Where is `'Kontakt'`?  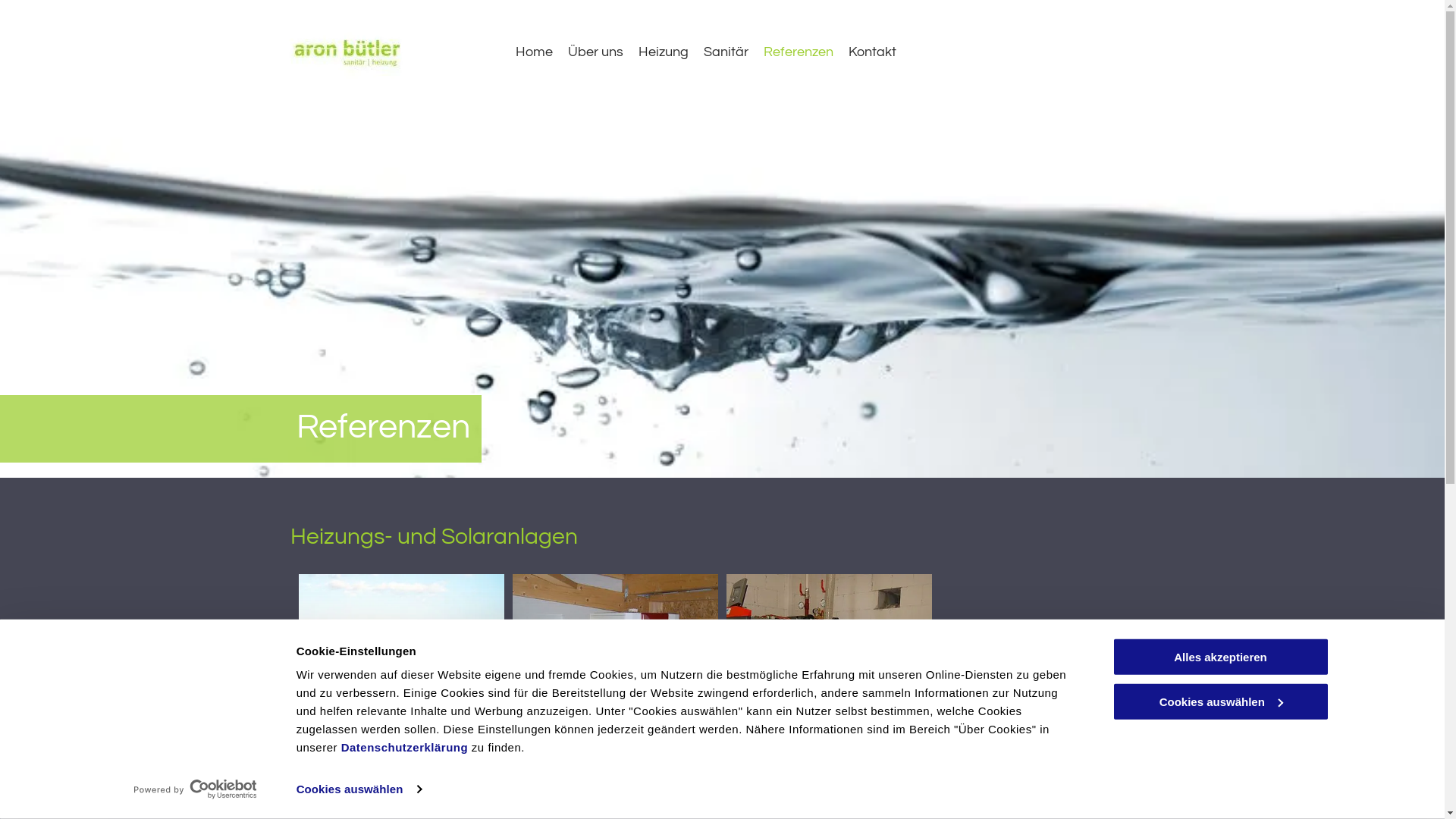 'Kontakt' is located at coordinates (872, 51).